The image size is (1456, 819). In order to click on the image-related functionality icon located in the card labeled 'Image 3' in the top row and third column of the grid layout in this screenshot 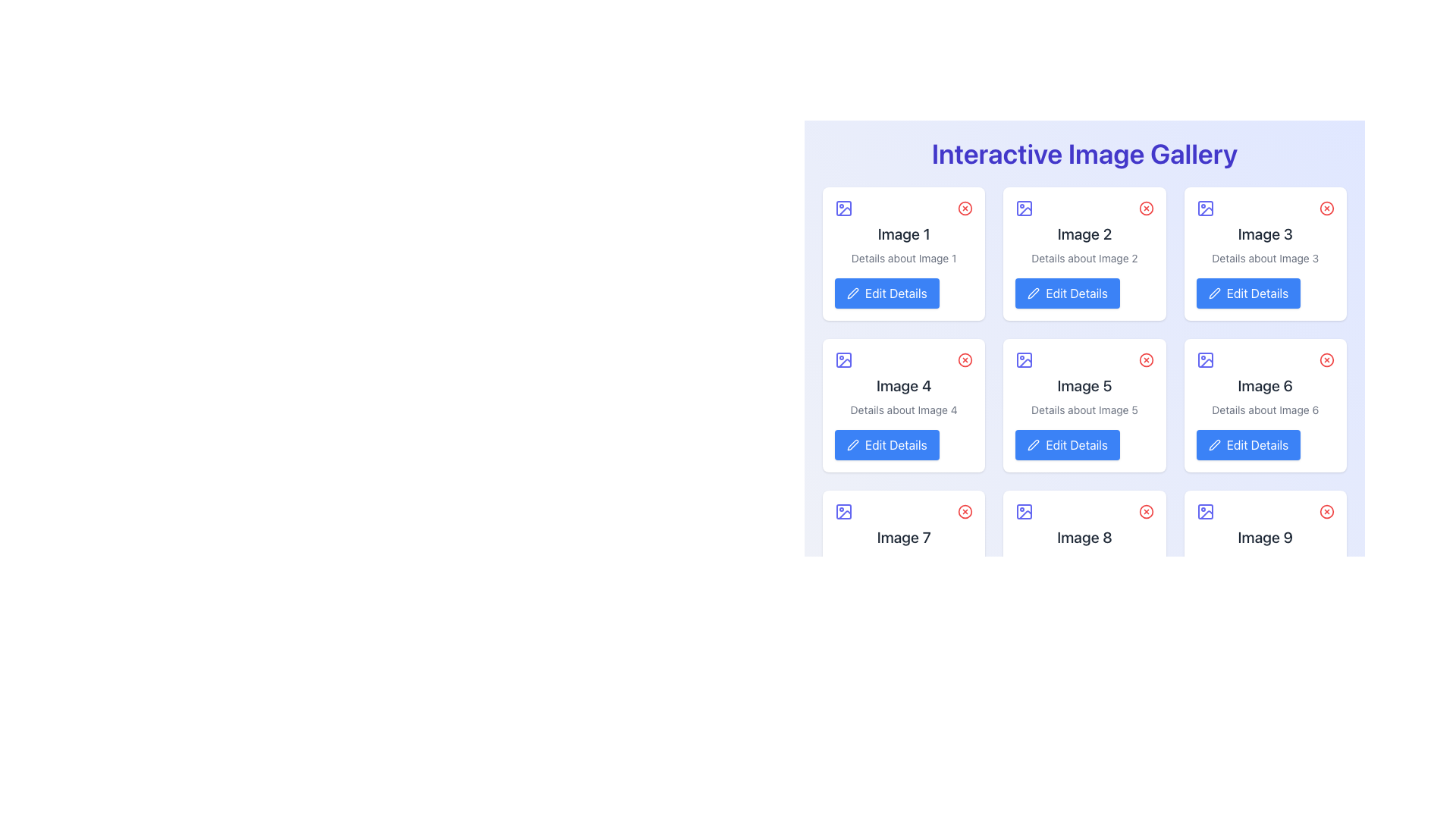, I will do `click(1204, 208)`.